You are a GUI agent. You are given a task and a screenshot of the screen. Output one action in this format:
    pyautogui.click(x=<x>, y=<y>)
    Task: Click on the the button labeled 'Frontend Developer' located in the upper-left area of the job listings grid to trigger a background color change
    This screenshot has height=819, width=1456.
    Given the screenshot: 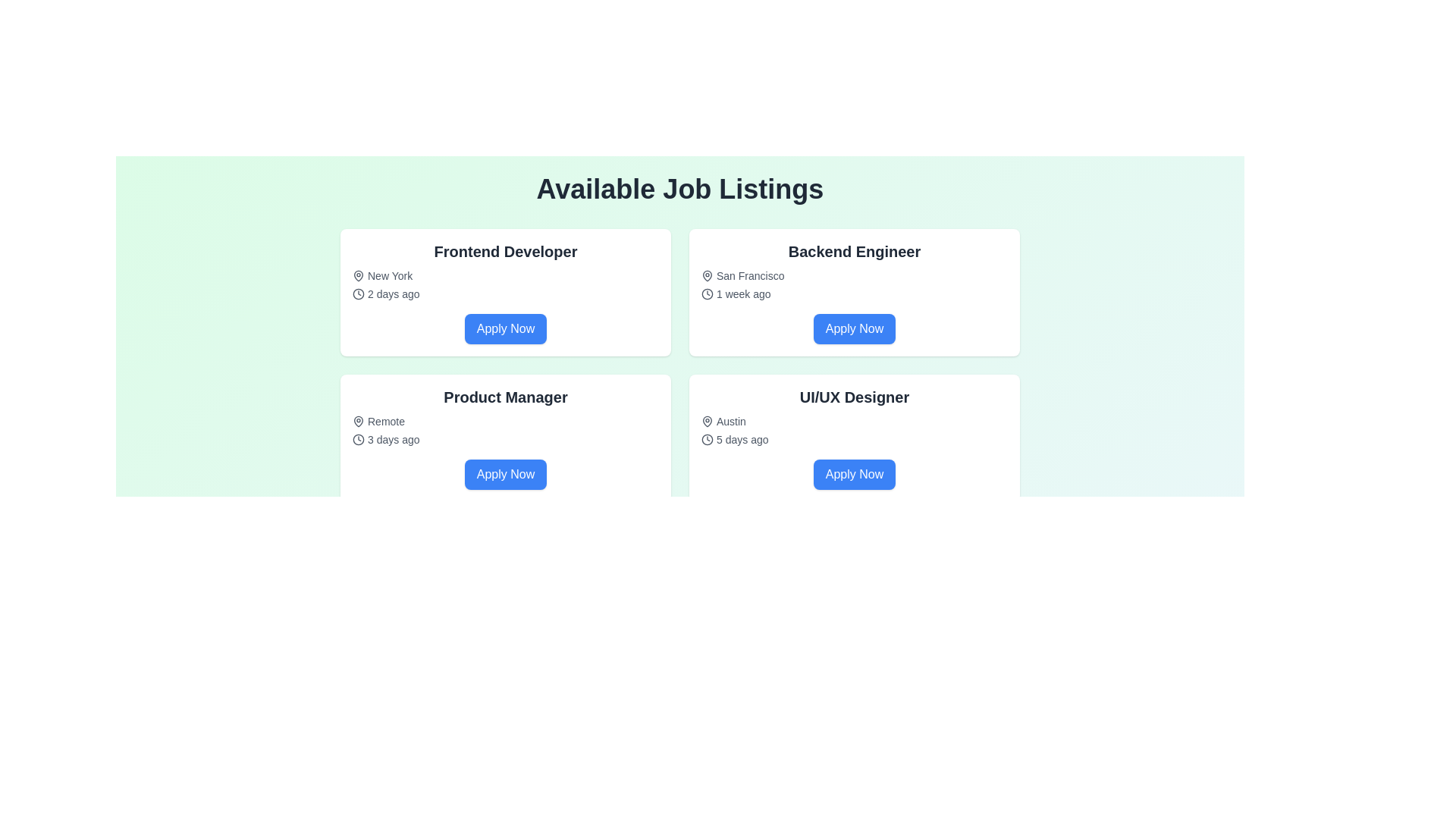 What is the action you would take?
    pyautogui.click(x=506, y=328)
    